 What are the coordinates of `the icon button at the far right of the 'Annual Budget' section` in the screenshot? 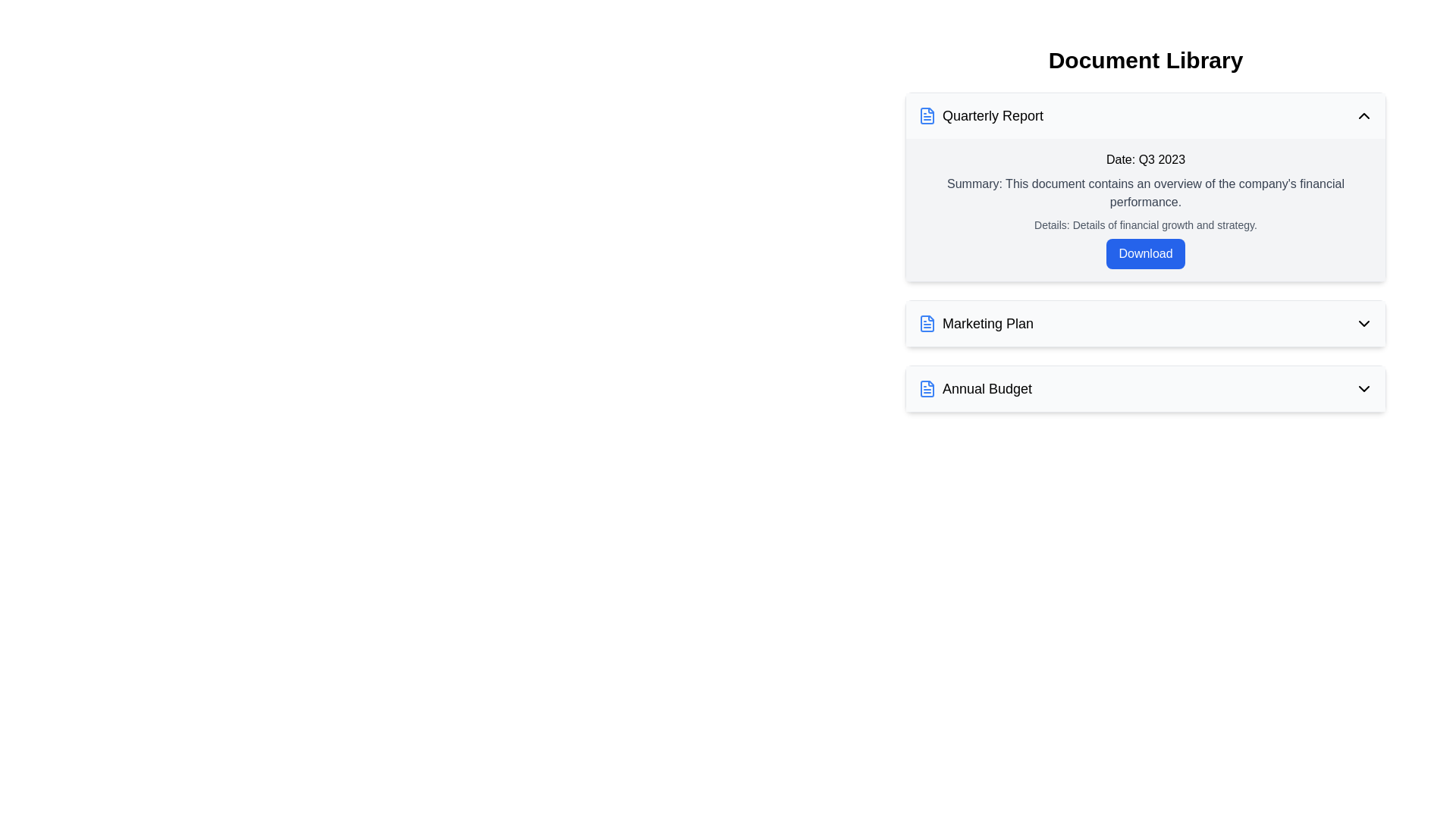 It's located at (1364, 388).